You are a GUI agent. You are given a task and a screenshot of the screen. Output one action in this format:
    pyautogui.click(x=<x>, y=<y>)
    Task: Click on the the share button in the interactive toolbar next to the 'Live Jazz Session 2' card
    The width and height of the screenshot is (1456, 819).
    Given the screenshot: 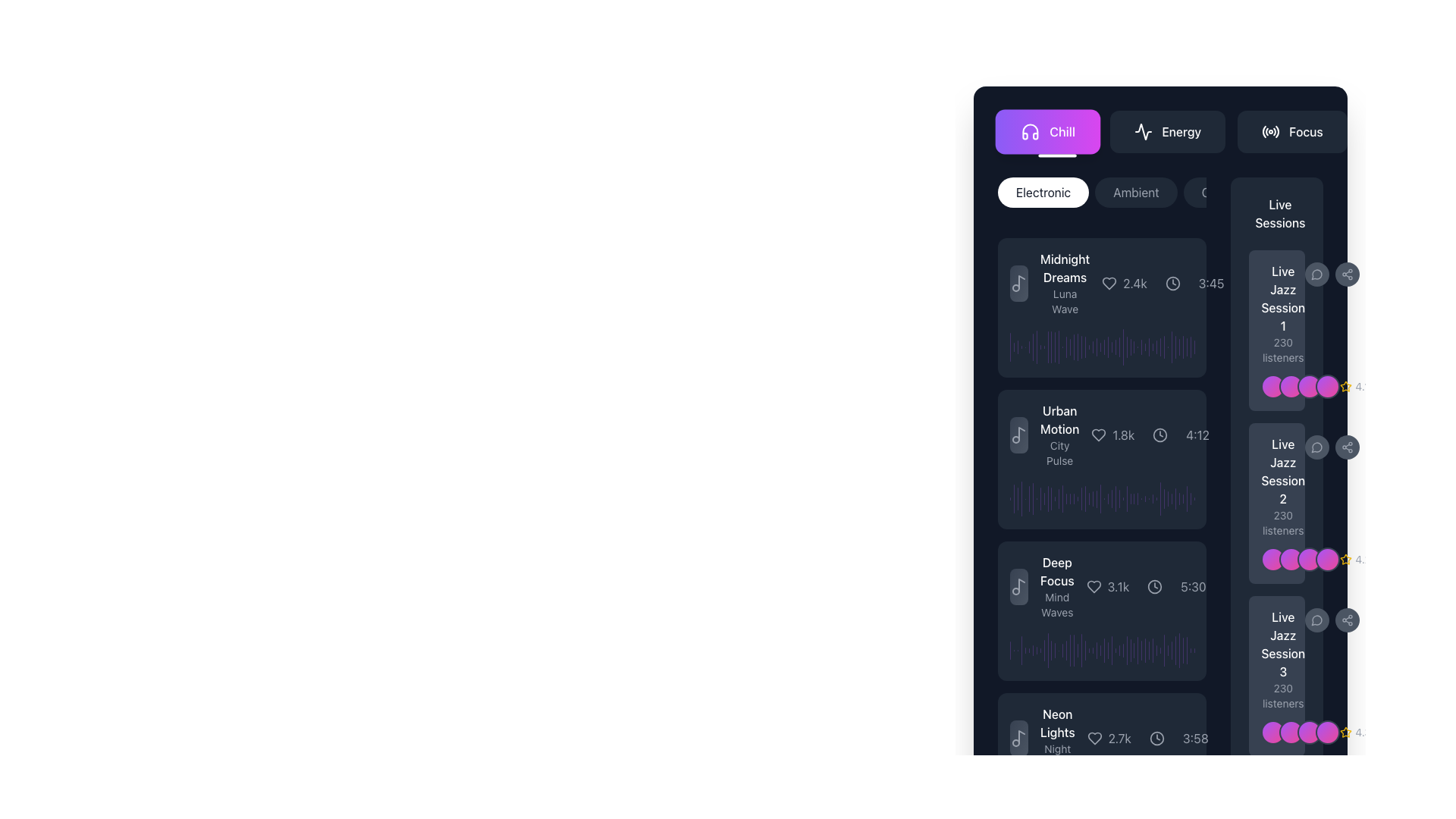 What is the action you would take?
    pyautogui.click(x=1332, y=447)
    